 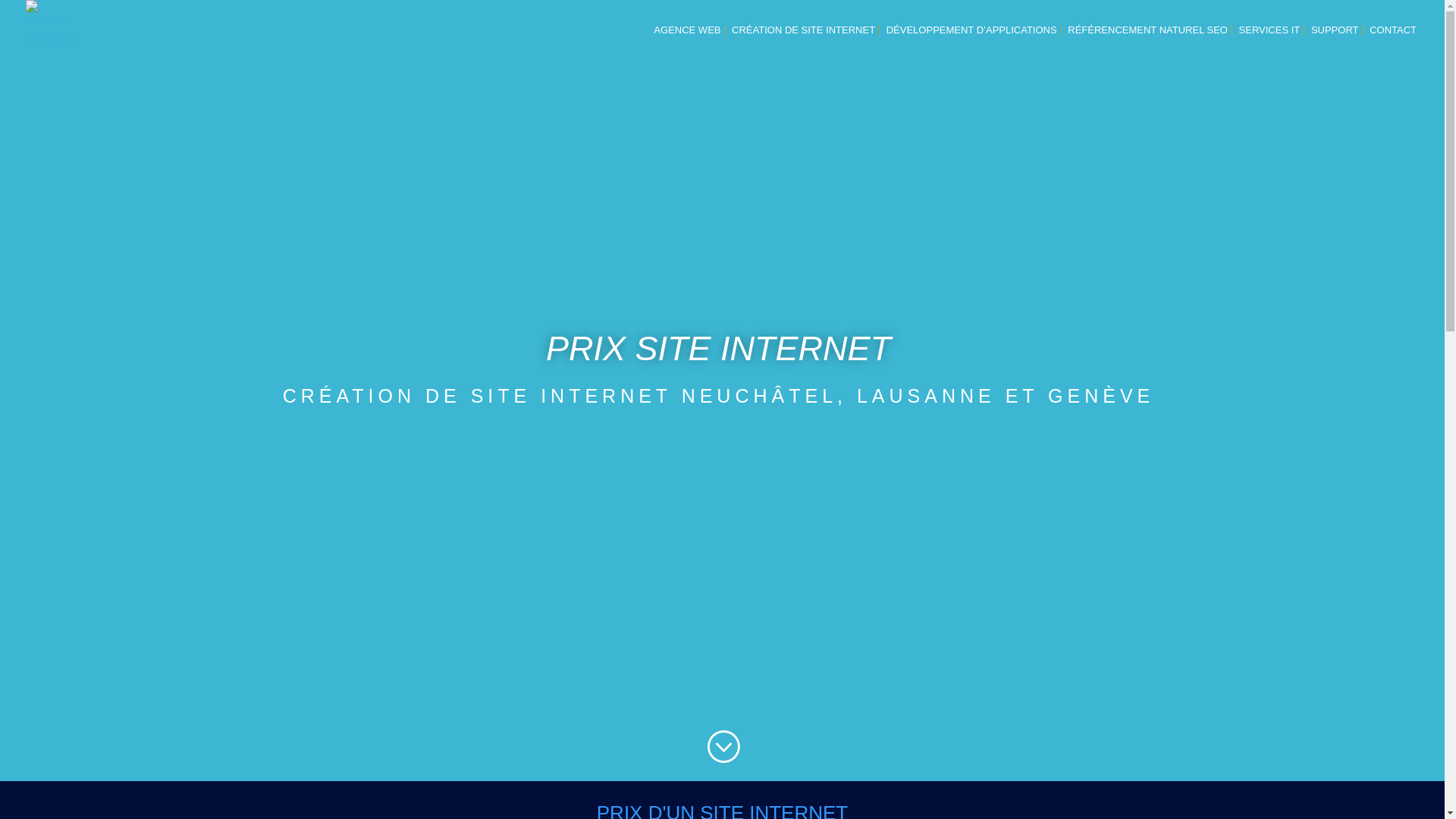 What do you see at coordinates (1393, 42) in the screenshot?
I see `'CONTACT'` at bounding box center [1393, 42].